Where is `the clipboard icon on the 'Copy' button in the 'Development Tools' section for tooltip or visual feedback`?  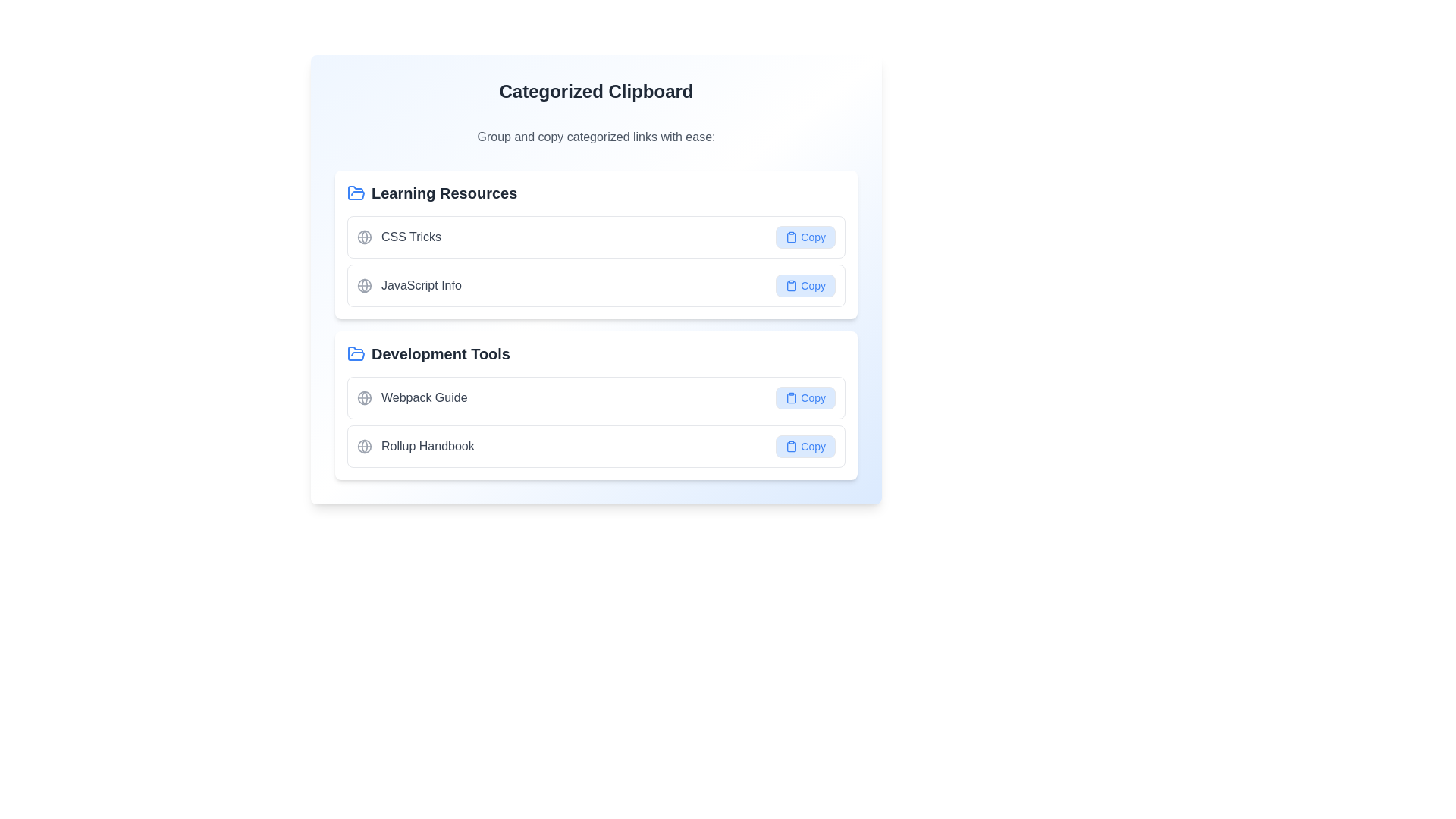 the clipboard icon on the 'Copy' button in the 'Development Tools' section for tooltip or visual feedback is located at coordinates (791, 446).